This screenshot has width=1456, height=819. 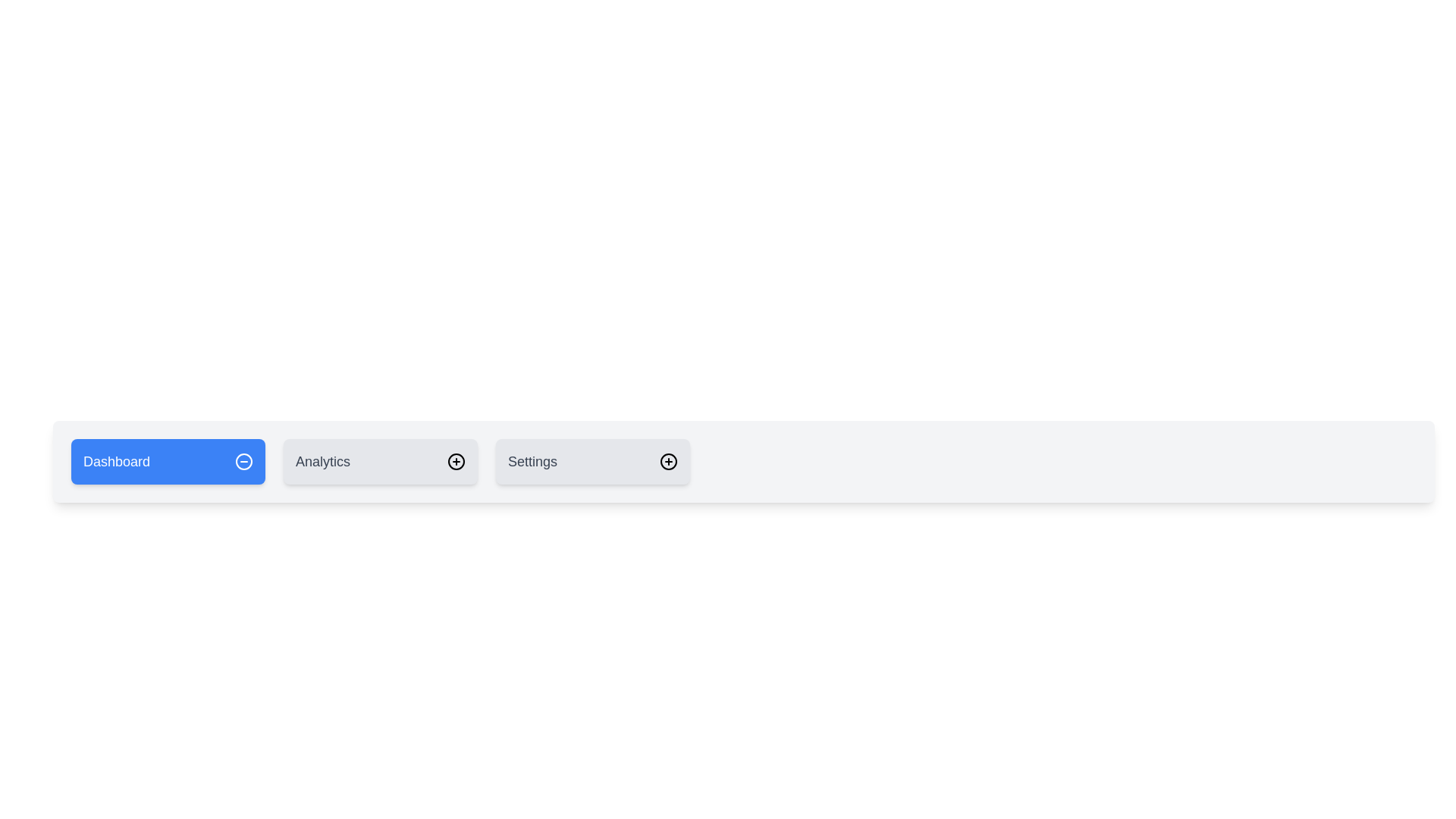 What do you see at coordinates (243, 461) in the screenshot?
I see `the circular icon located on the rightmost side of the 'Dashboard' option in the navigation row, which indicates additional options or toggles a feature` at bounding box center [243, 461].